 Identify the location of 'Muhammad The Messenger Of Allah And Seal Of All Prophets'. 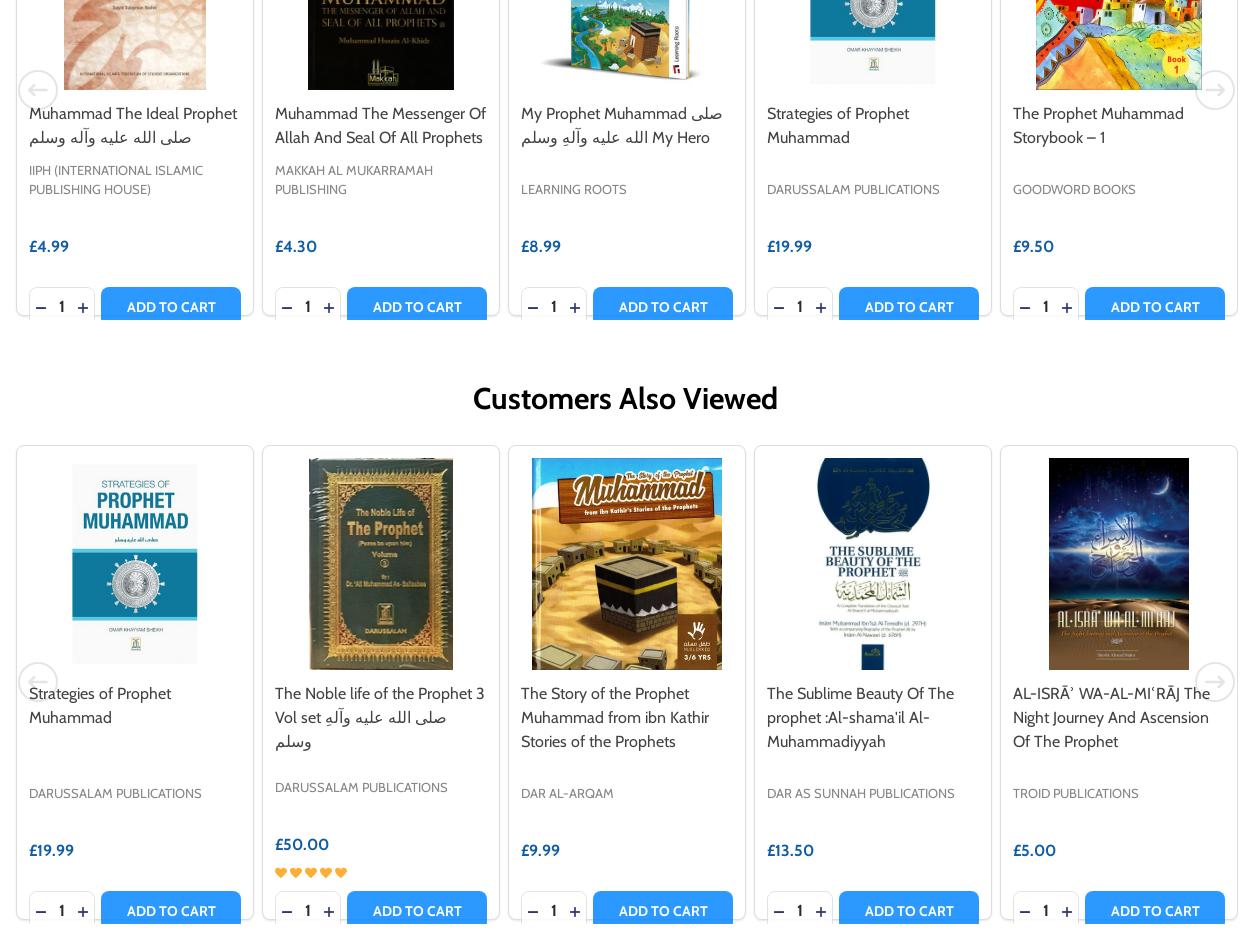
(380, 124).